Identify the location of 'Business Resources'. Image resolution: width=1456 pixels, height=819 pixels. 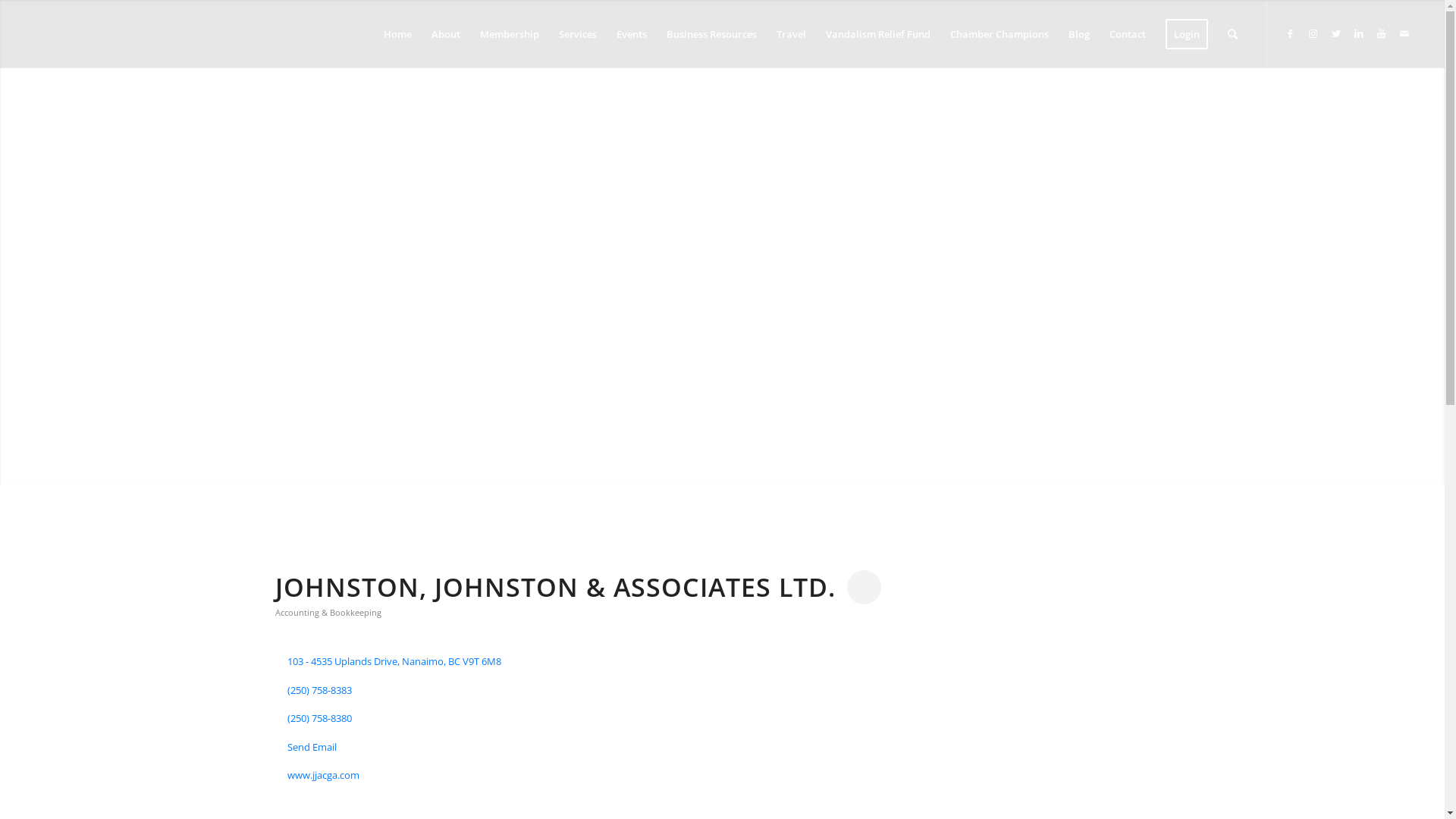
(711, 34).